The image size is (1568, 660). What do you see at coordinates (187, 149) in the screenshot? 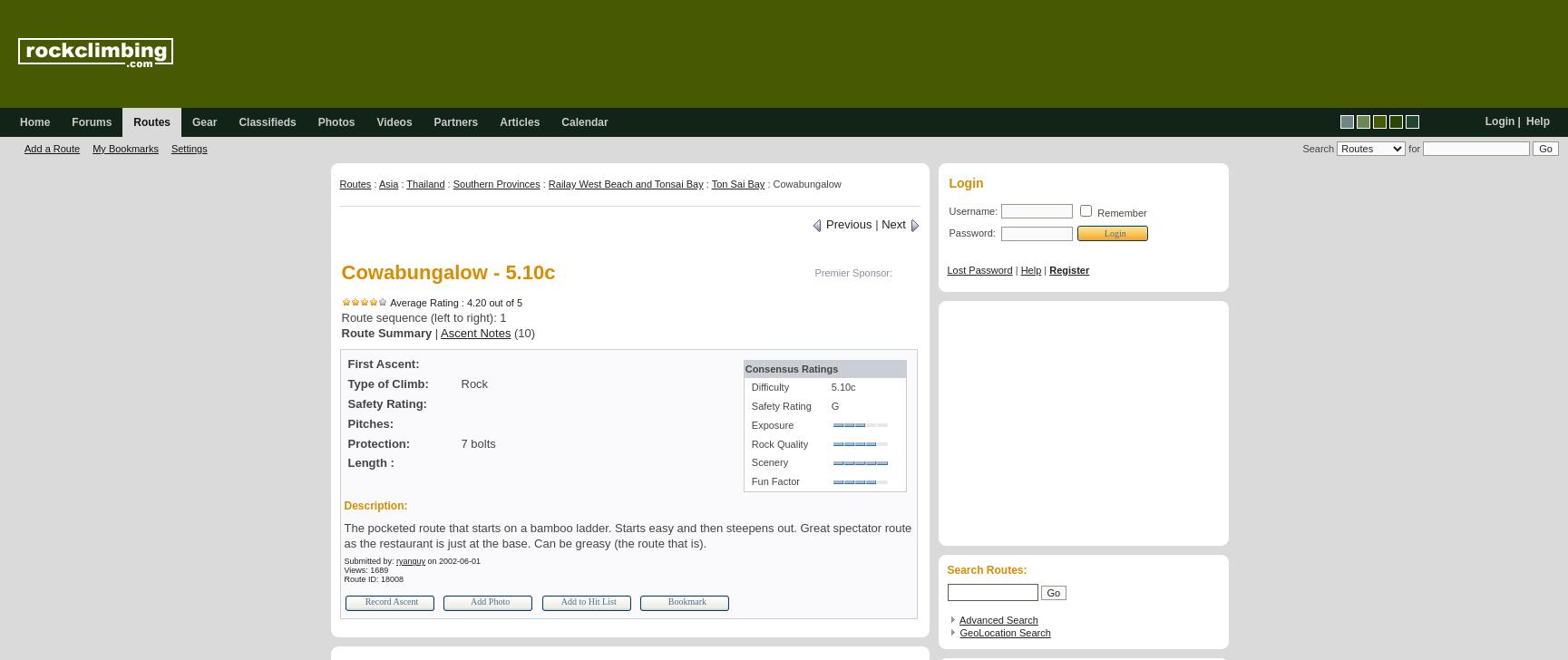
I see `'Settings'` at bounding box center [187, 149].